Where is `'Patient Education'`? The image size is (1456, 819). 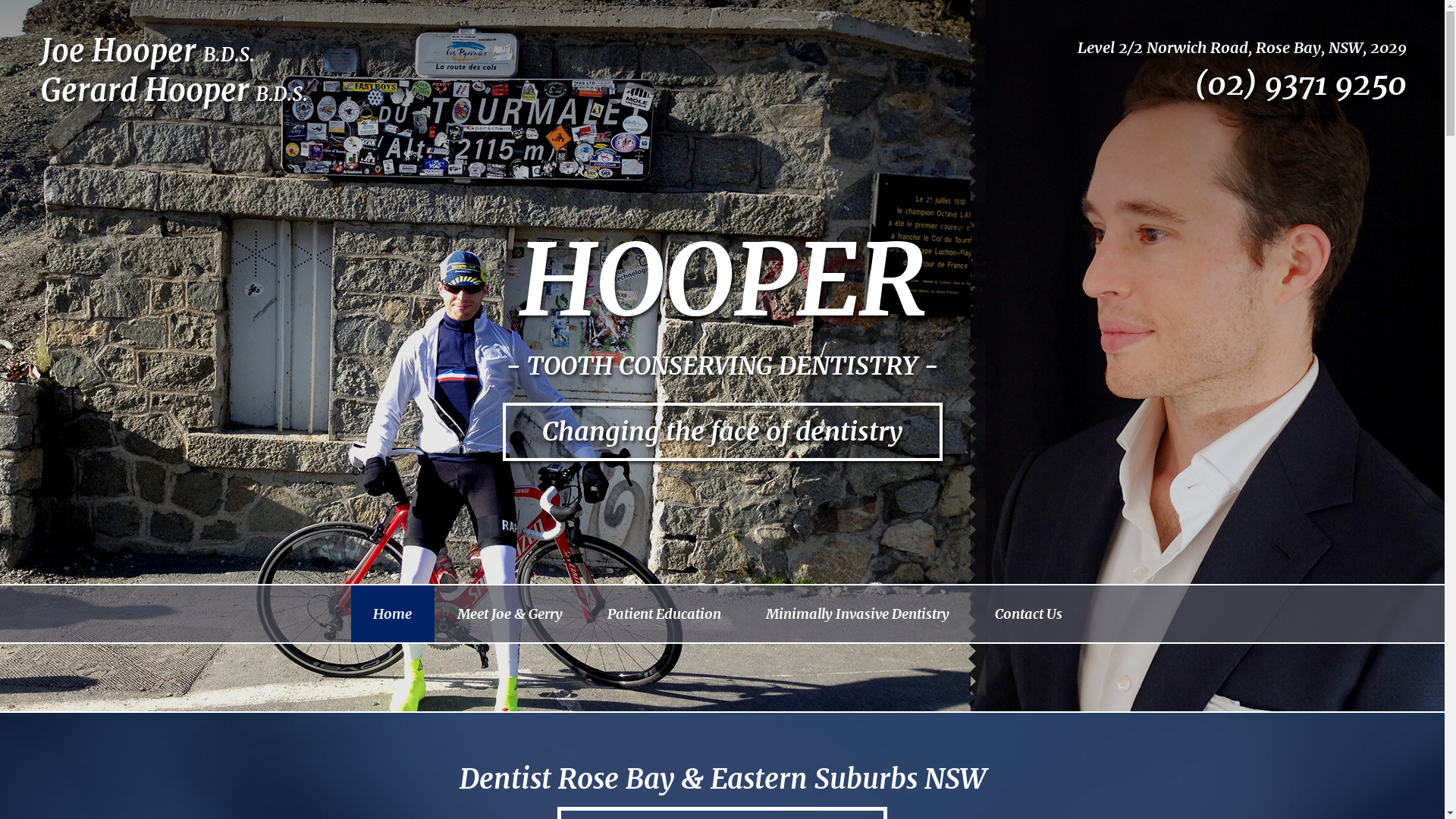
'Patient Education' is located at coordinates (664, 613).